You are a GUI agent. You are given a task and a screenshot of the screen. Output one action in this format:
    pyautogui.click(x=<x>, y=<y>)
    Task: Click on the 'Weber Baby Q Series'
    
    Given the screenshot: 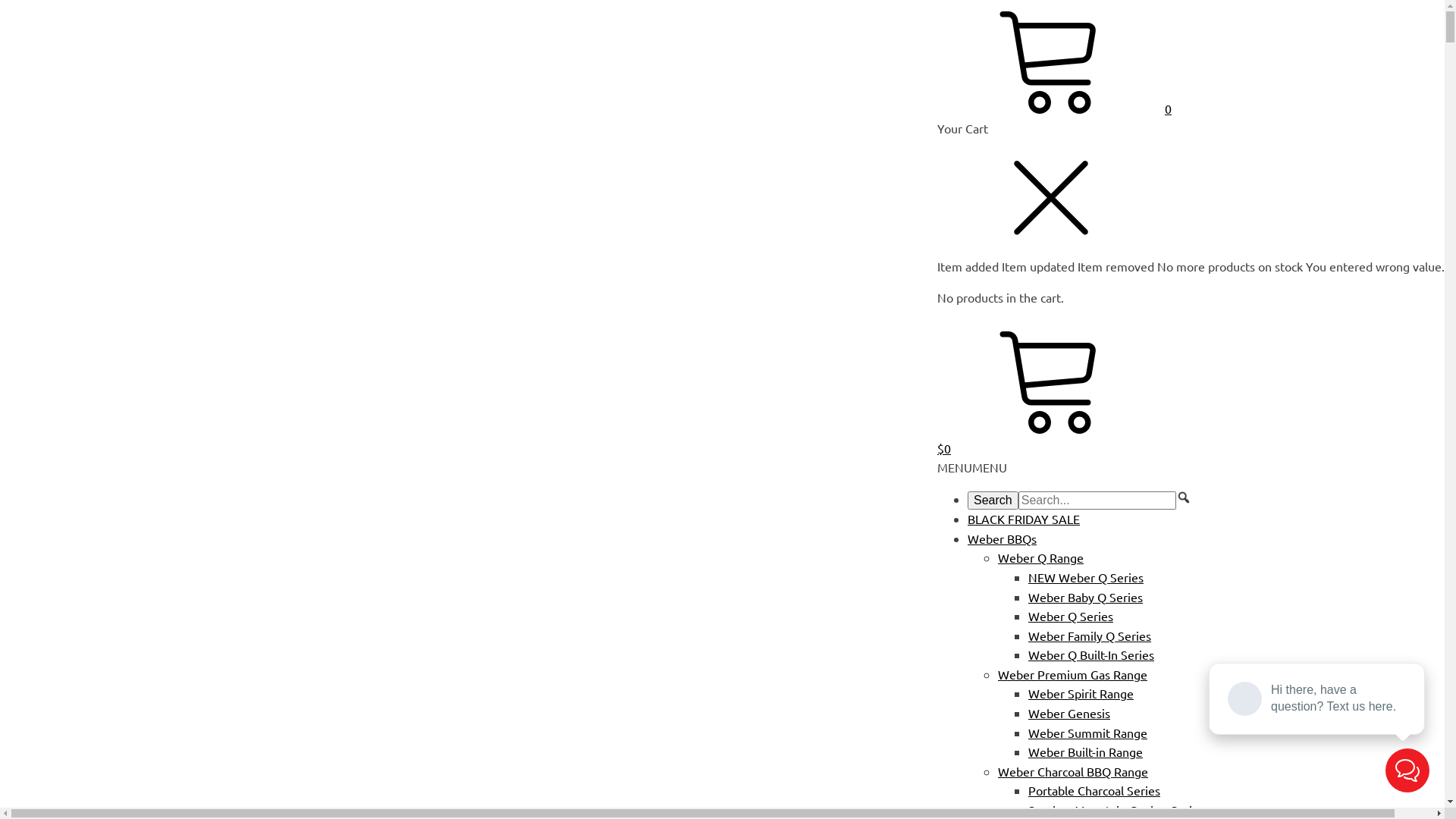 What is the action you would take?
    pyautogui.click(x=1028, y=595)
    